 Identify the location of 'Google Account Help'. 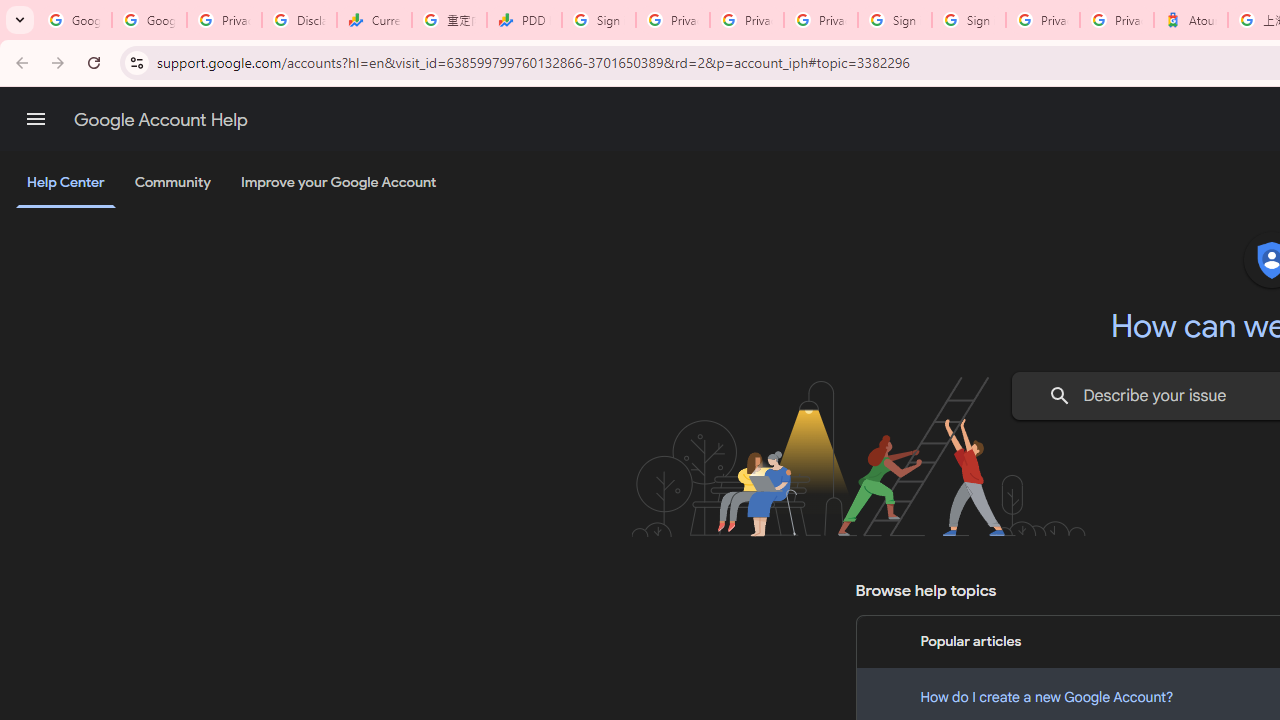
(160, 119).